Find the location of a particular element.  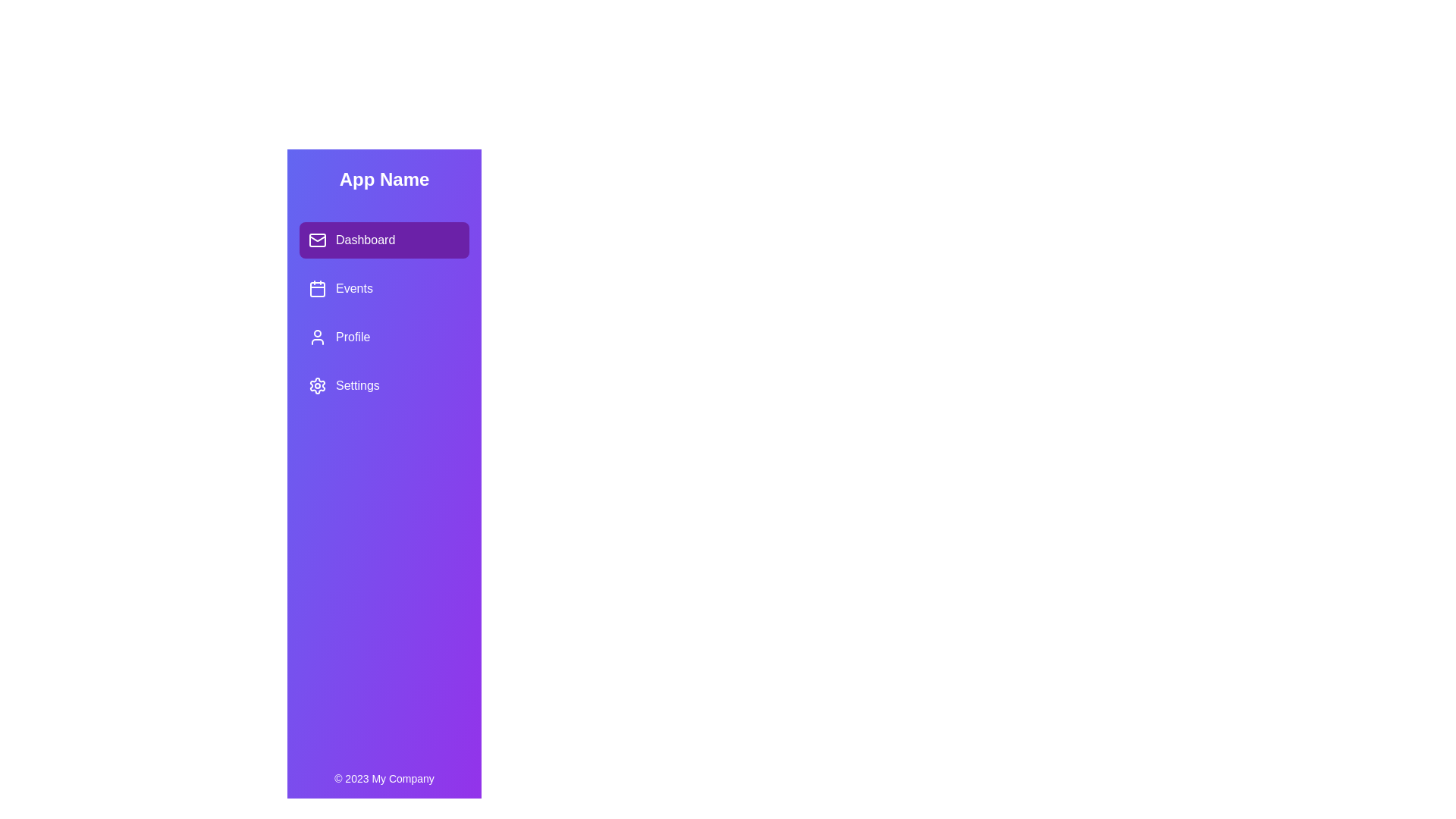

the navigation item corresponding to Dashboard is located at coordinates (384, 239).